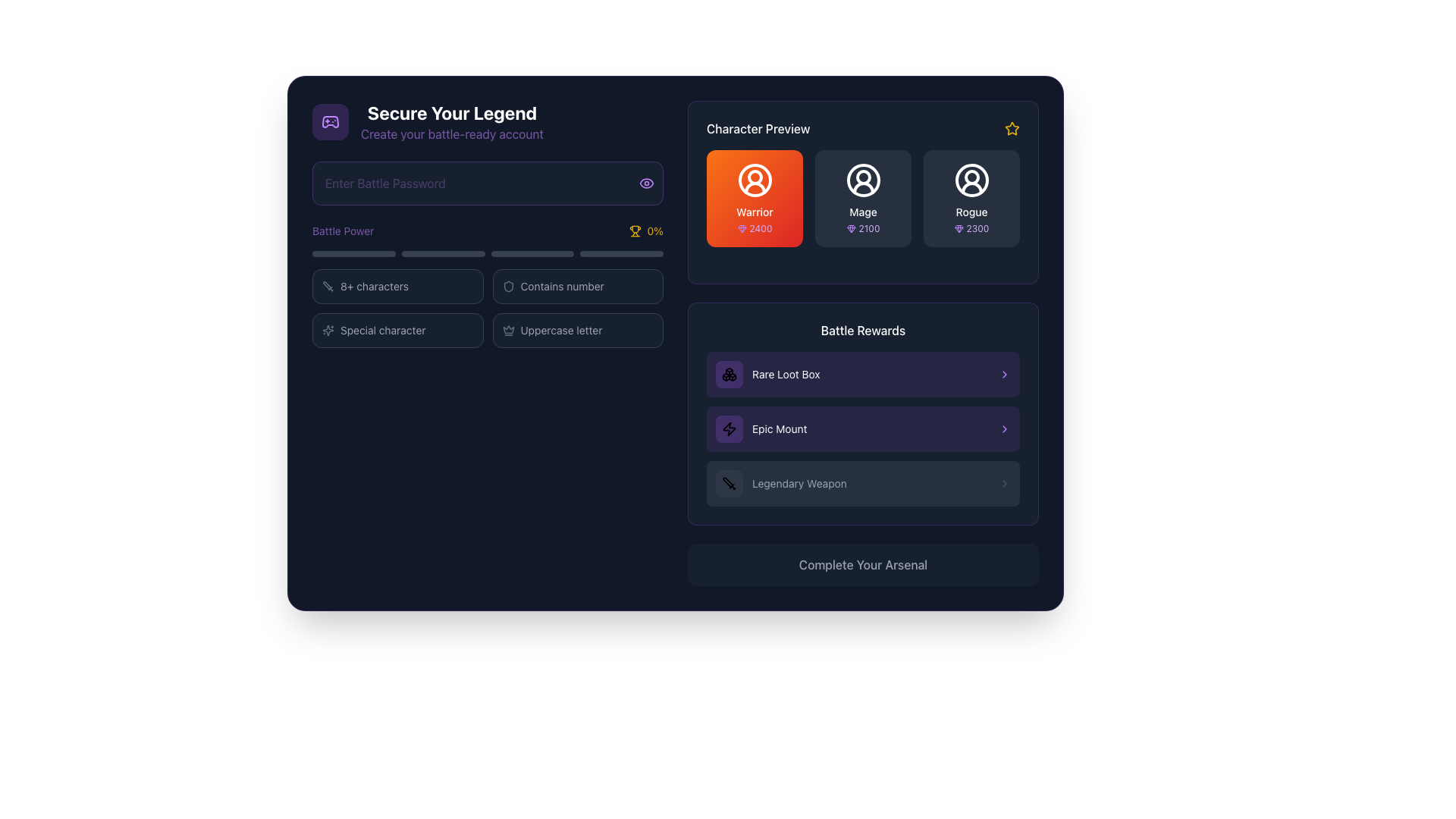  Describe the element at coordinates (561, 287) in the screenshot. I see `the label or text description indicating a condition or requirement related to numbers, located in the middle-left section of the interface under the 'Battle Power' label` at that location.